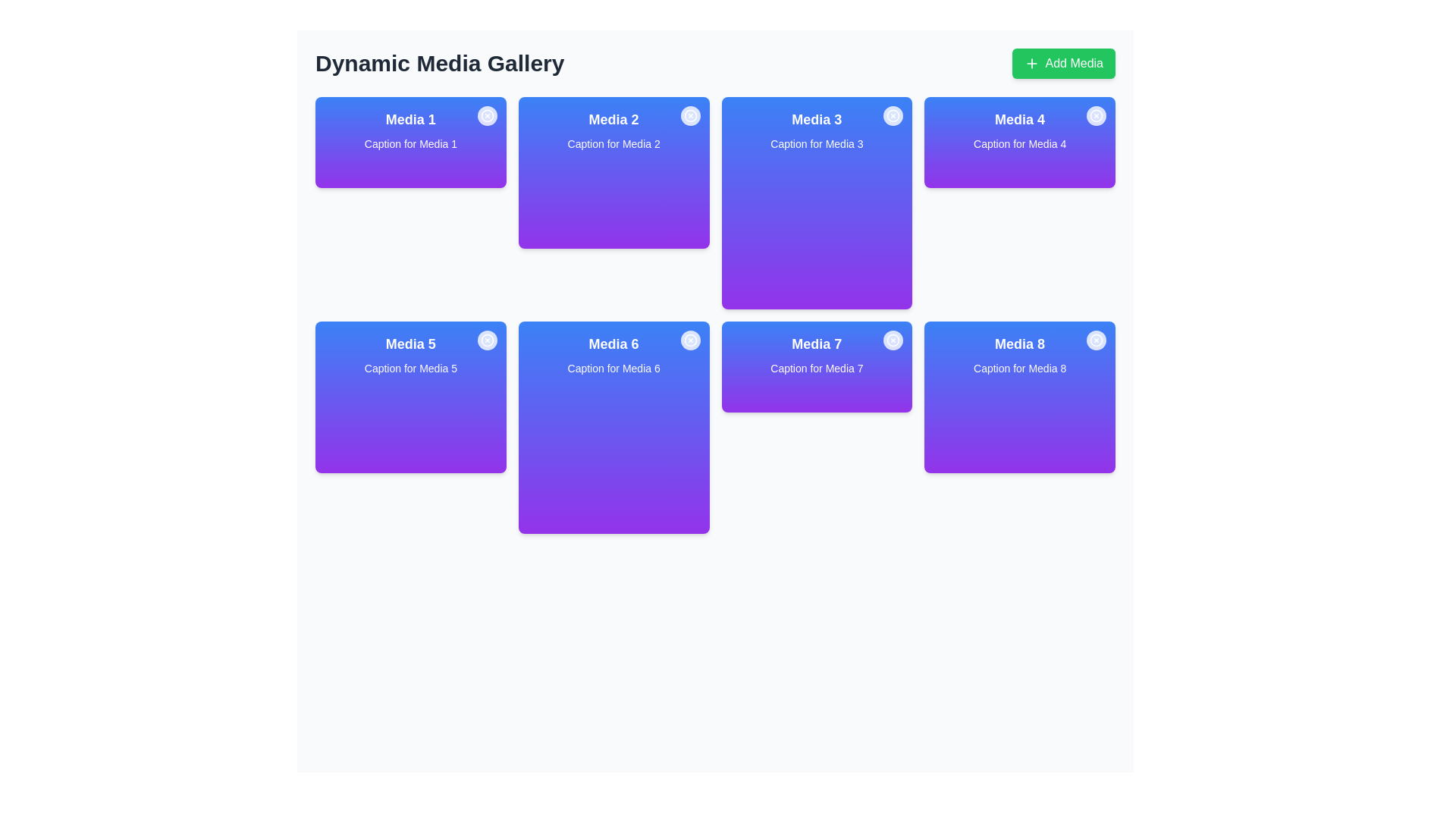 This screenshot has width=1456, height=819. I want to click on the Circle SVG graphical element that serves as the background for the close icon in the top-right corner of the 'Media 6' card, so click(689, 339).